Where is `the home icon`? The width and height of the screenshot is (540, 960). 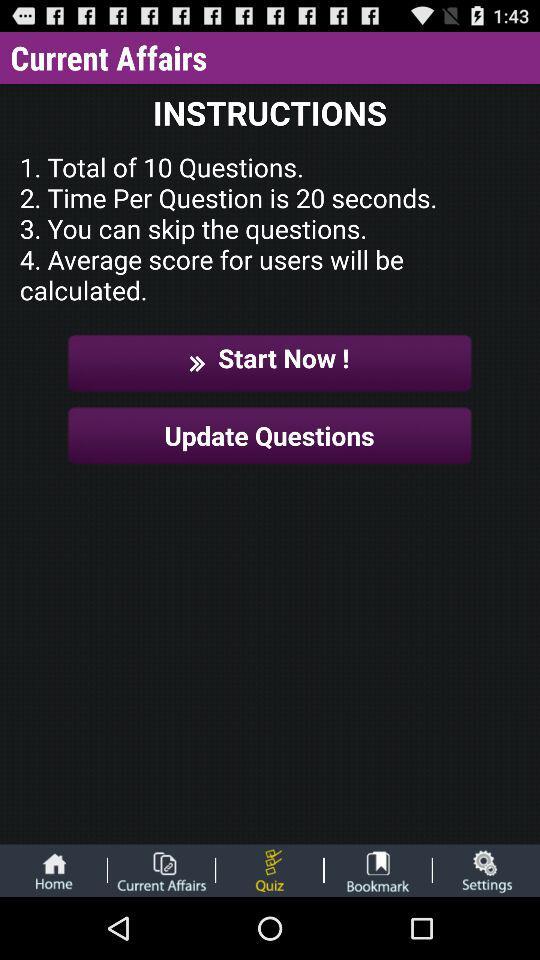 the home icon is located at coordinates (53, 931).